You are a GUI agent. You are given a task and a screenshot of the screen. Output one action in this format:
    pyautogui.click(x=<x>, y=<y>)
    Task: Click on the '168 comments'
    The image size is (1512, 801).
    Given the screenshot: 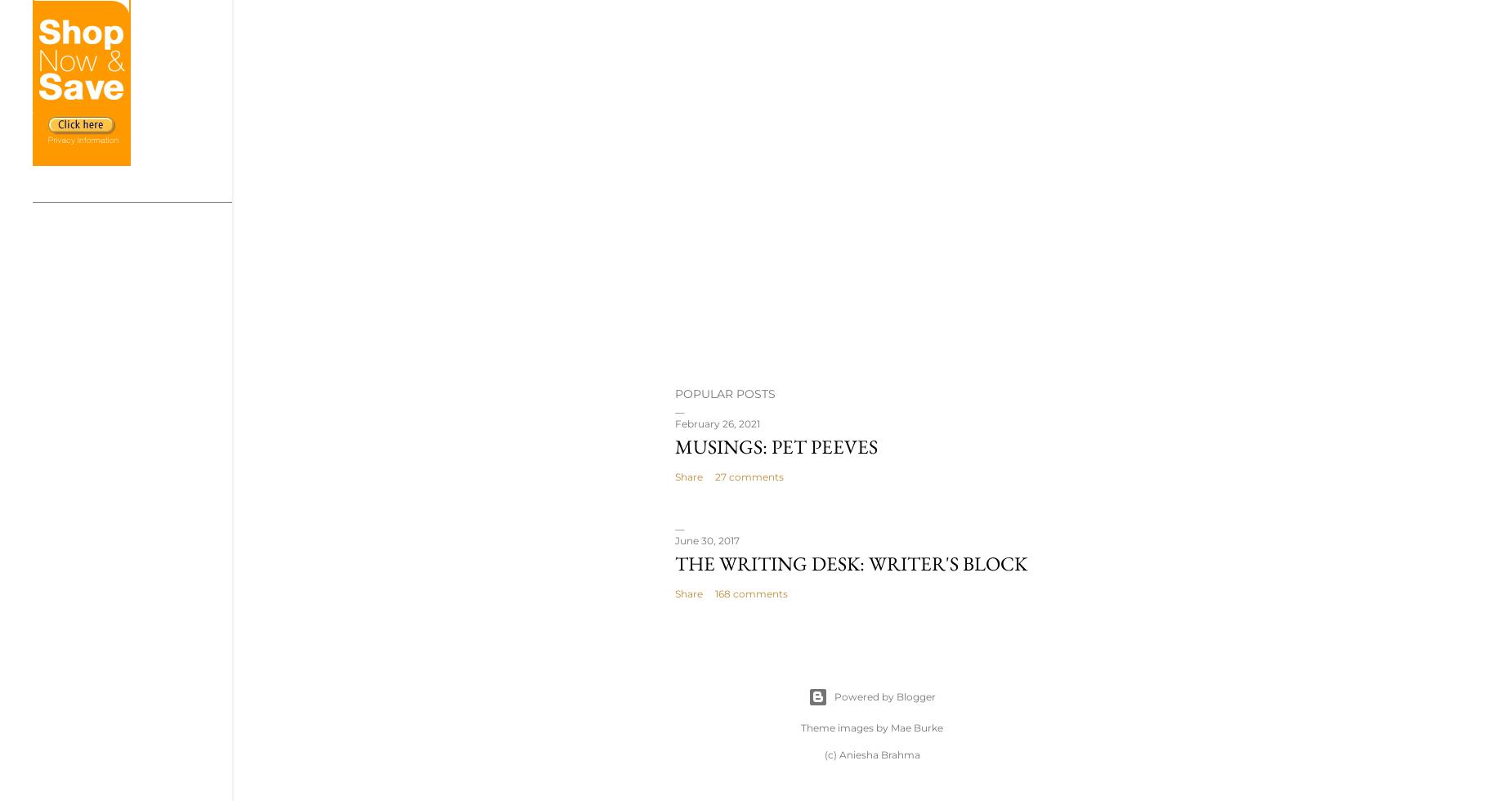 What is the action you would take?
    pyautogui.click(x=751, y=593)
    